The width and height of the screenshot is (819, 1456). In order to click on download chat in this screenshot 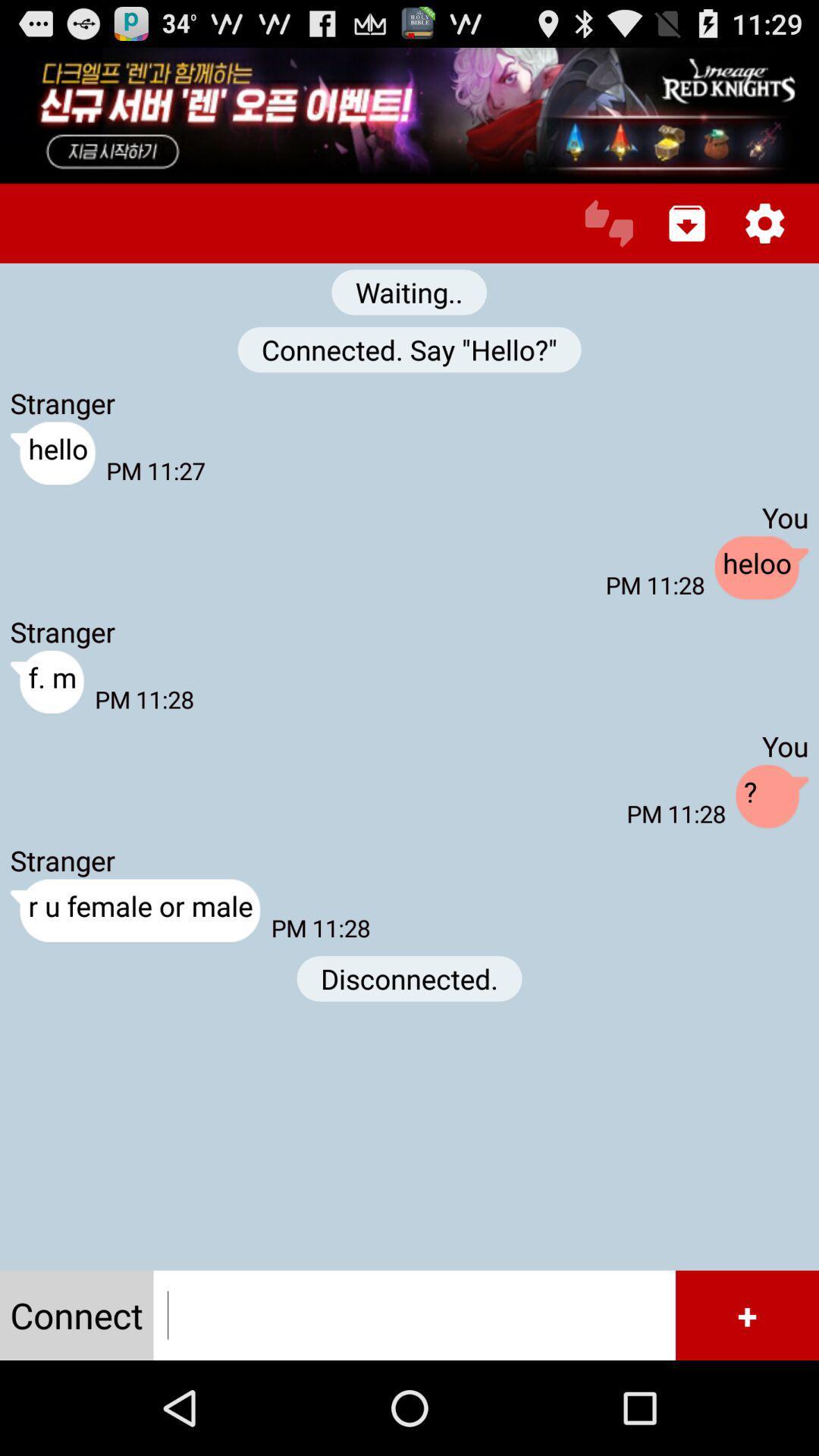, I will do `click(687, 222)`.